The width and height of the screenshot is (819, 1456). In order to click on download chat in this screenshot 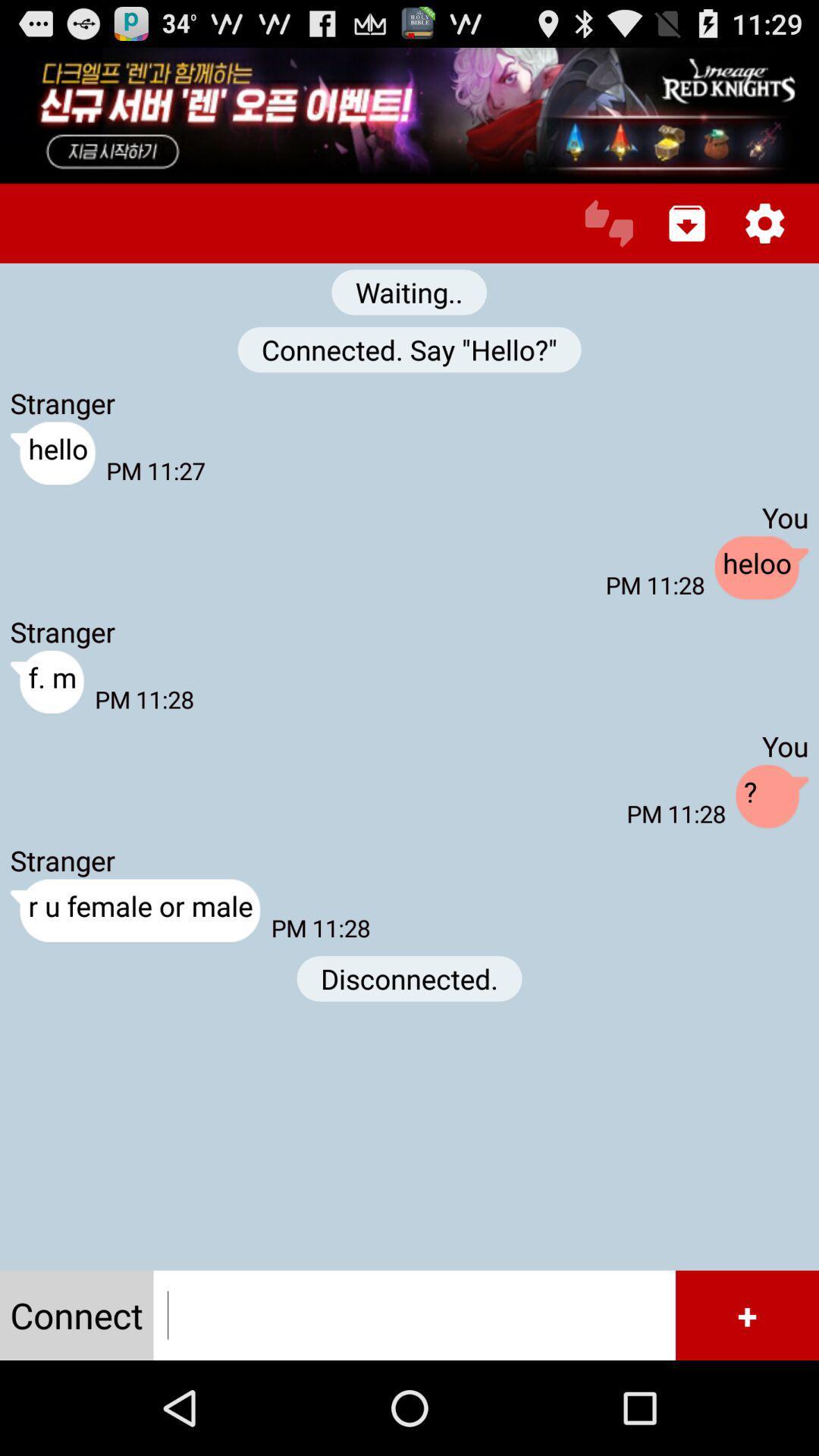, I will do `click(687, 222)`.